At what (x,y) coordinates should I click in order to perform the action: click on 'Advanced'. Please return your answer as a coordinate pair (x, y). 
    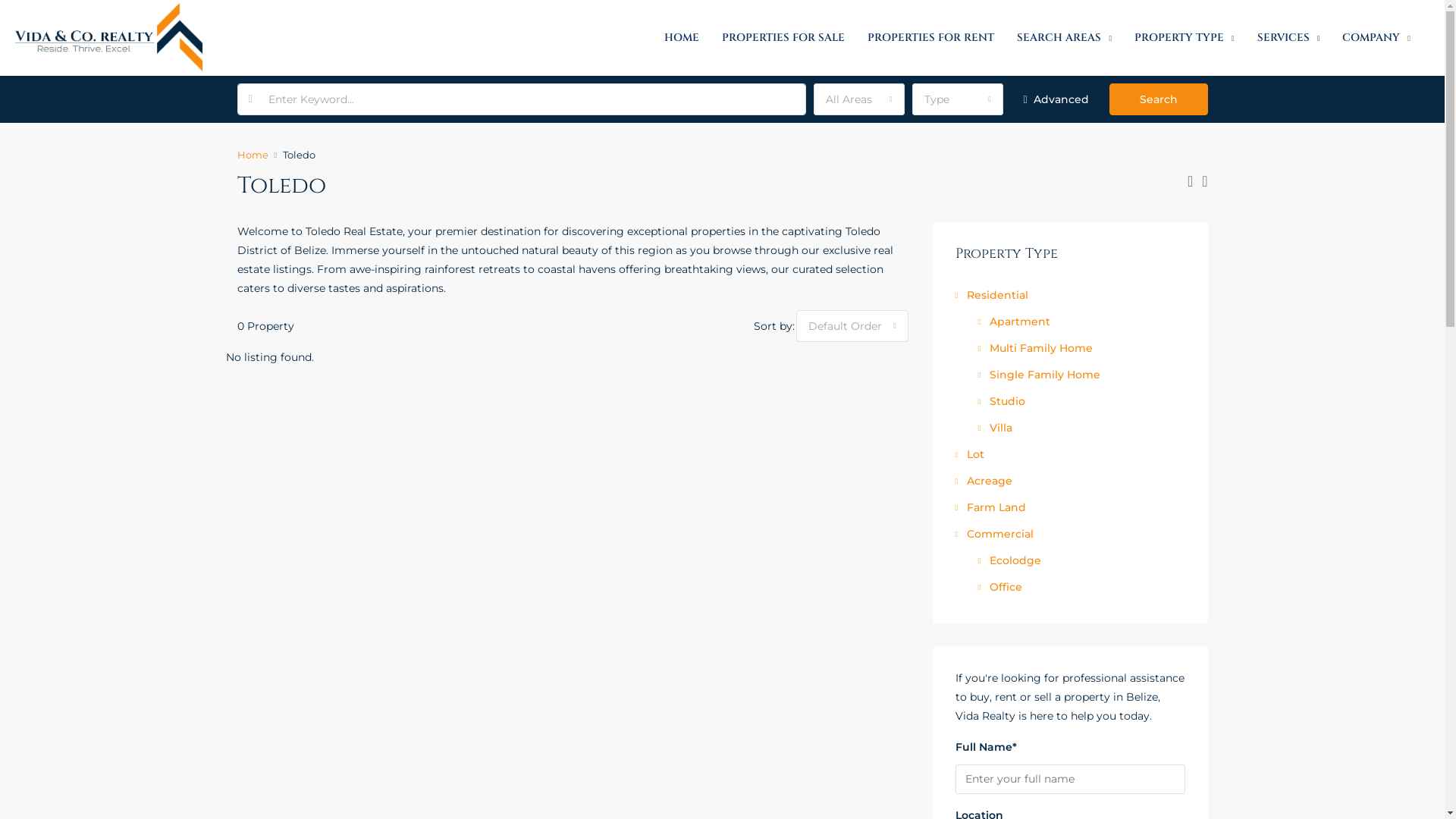
    Looking at the image, I should click on (1055, 99).